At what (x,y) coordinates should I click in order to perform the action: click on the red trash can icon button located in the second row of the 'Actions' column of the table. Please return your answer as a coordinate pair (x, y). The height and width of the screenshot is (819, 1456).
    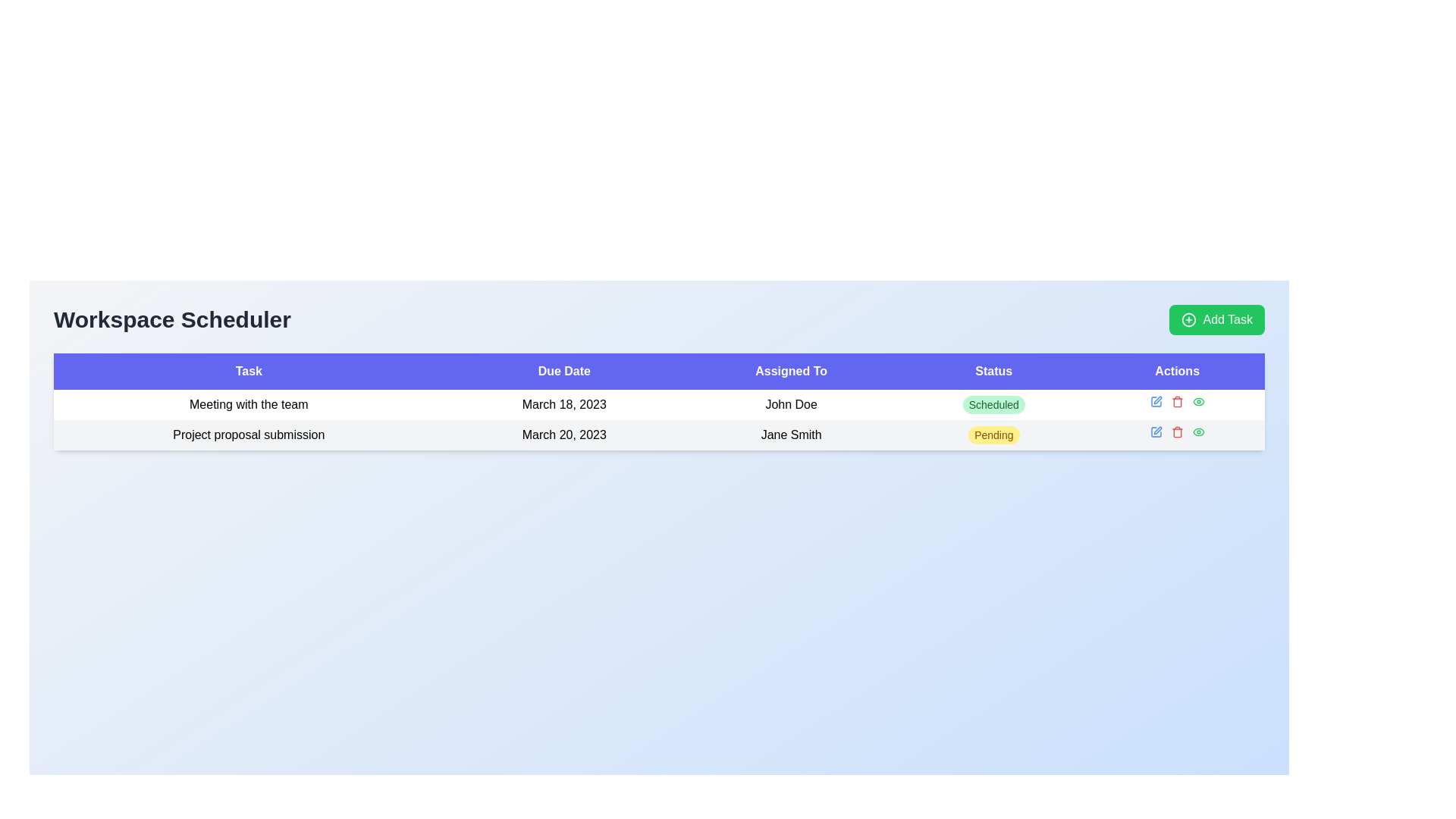
    Looking at the image, I should click on (1176, 432).